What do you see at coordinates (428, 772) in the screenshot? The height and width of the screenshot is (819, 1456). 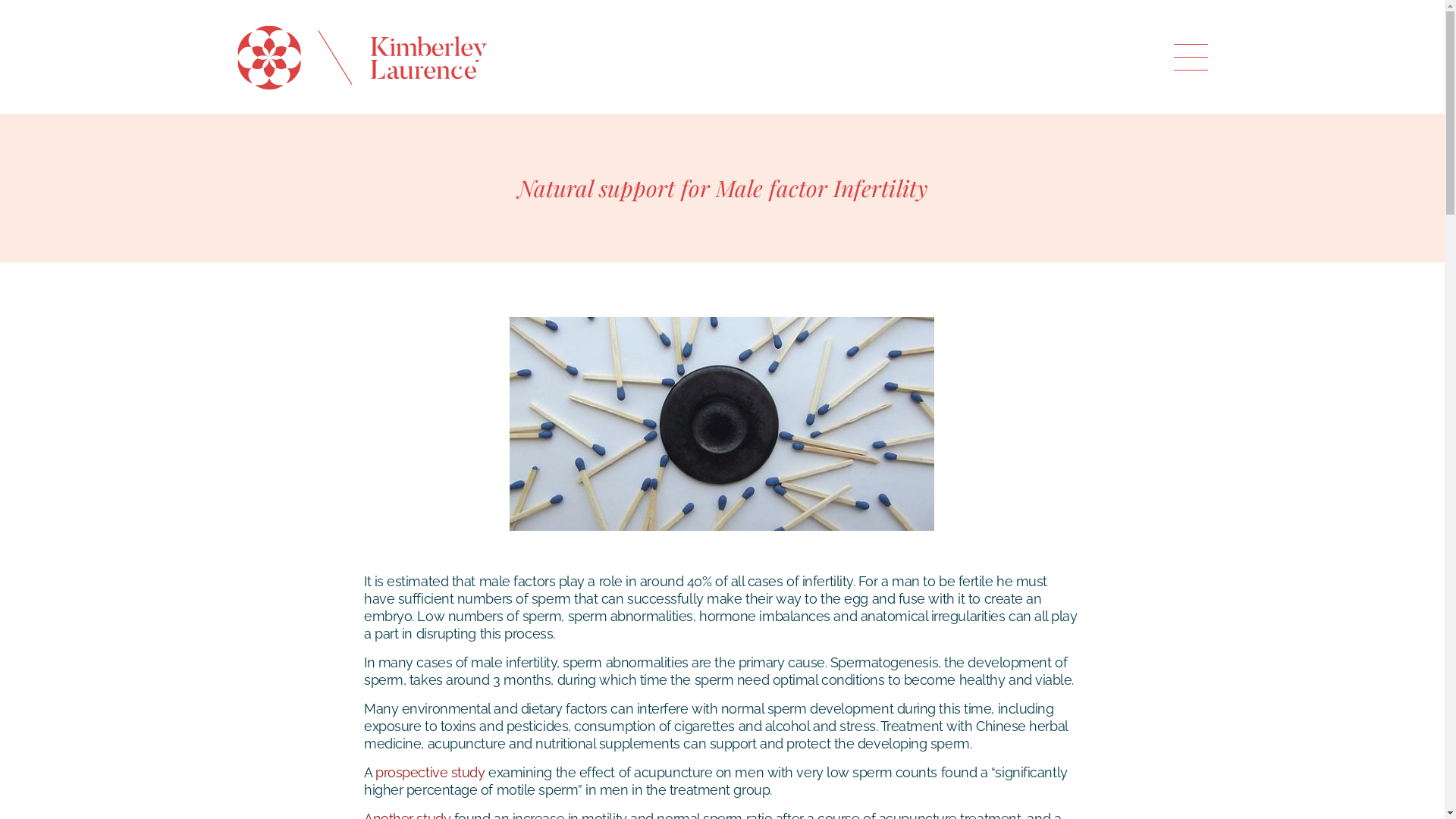 I see `'prospective study'` at bounding box center [428, 772].